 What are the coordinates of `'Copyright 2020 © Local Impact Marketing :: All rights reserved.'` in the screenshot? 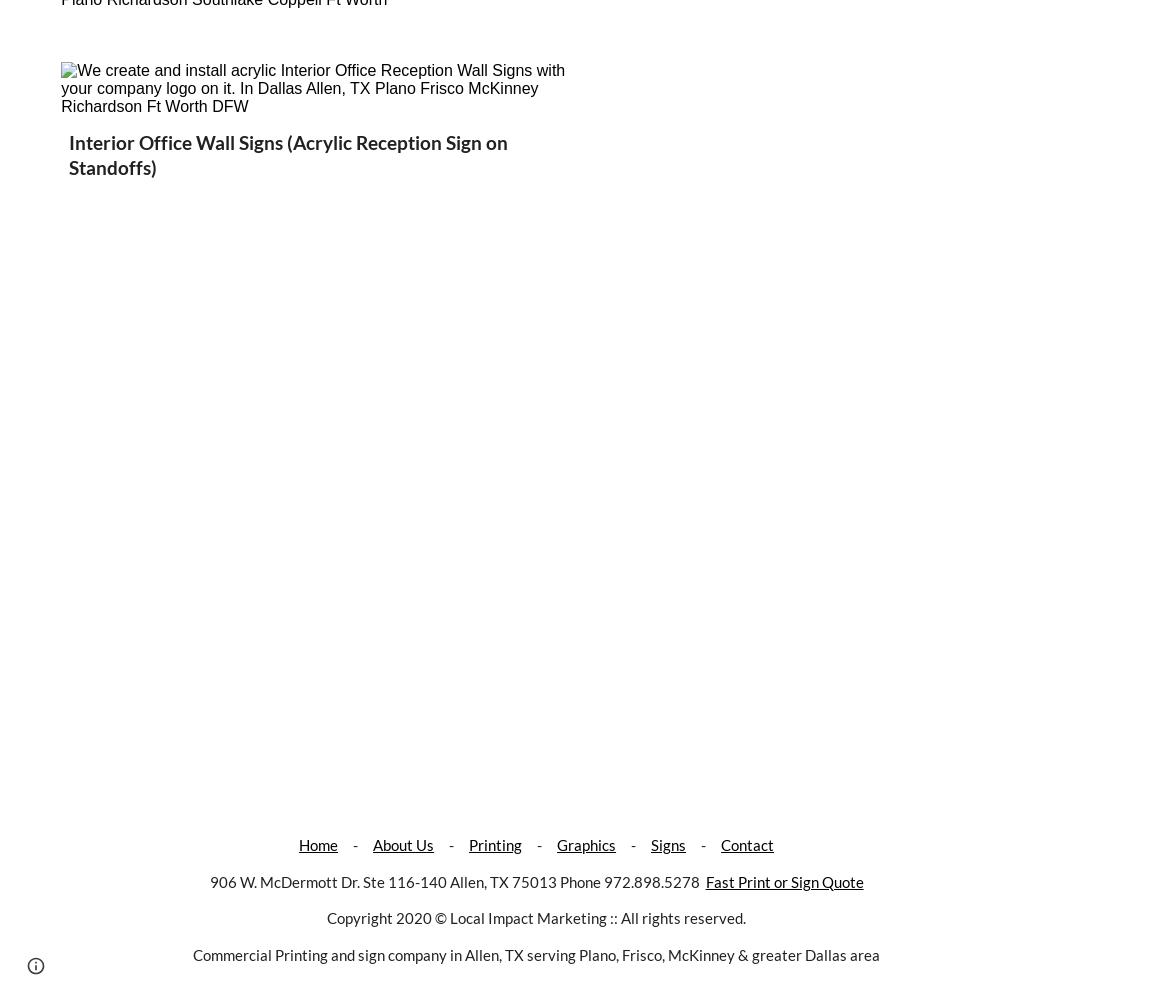 It's located at (536, 918).